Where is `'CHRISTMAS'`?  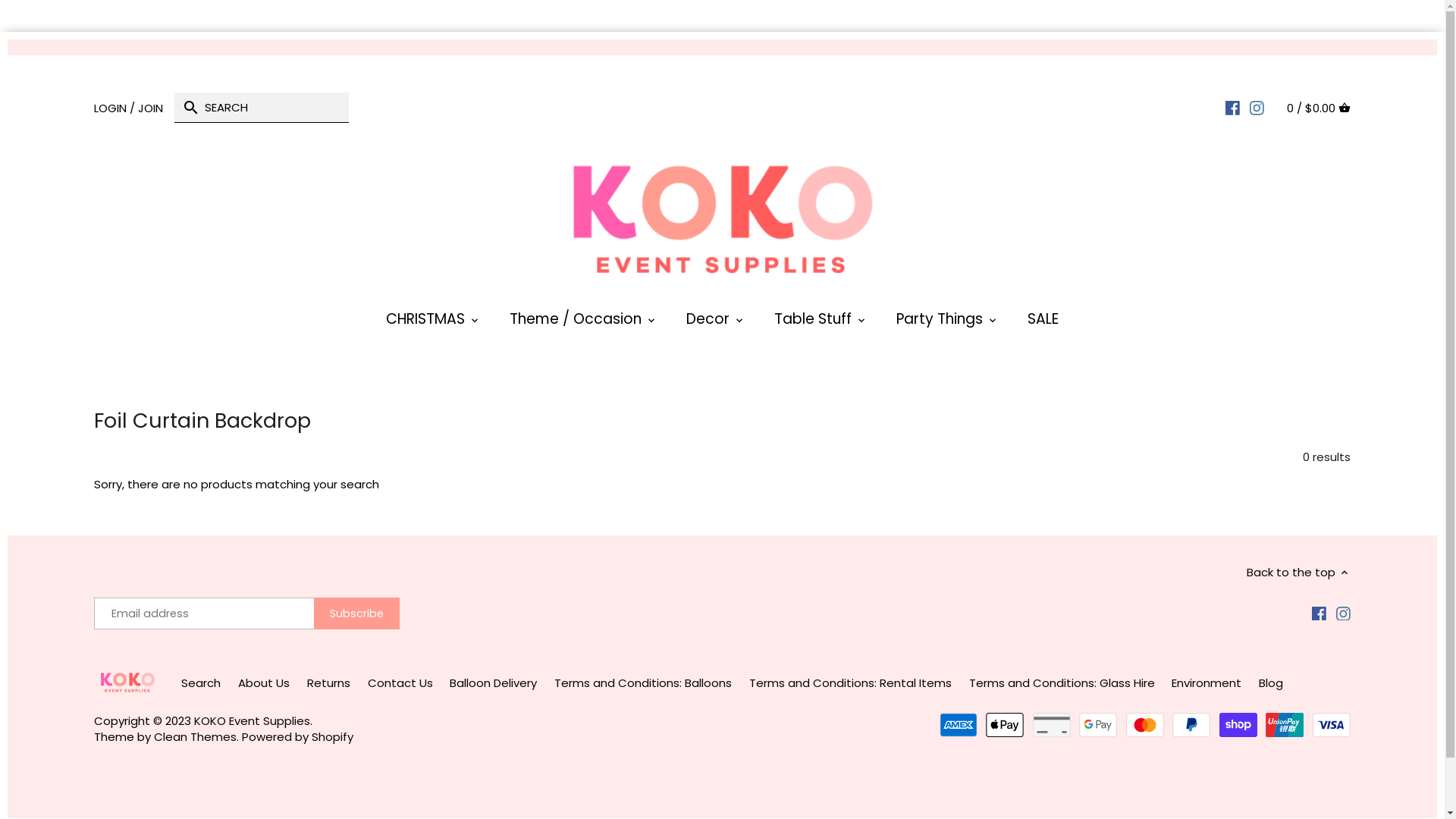
'CHRISTMAS' is located at coordinates (371, 322).